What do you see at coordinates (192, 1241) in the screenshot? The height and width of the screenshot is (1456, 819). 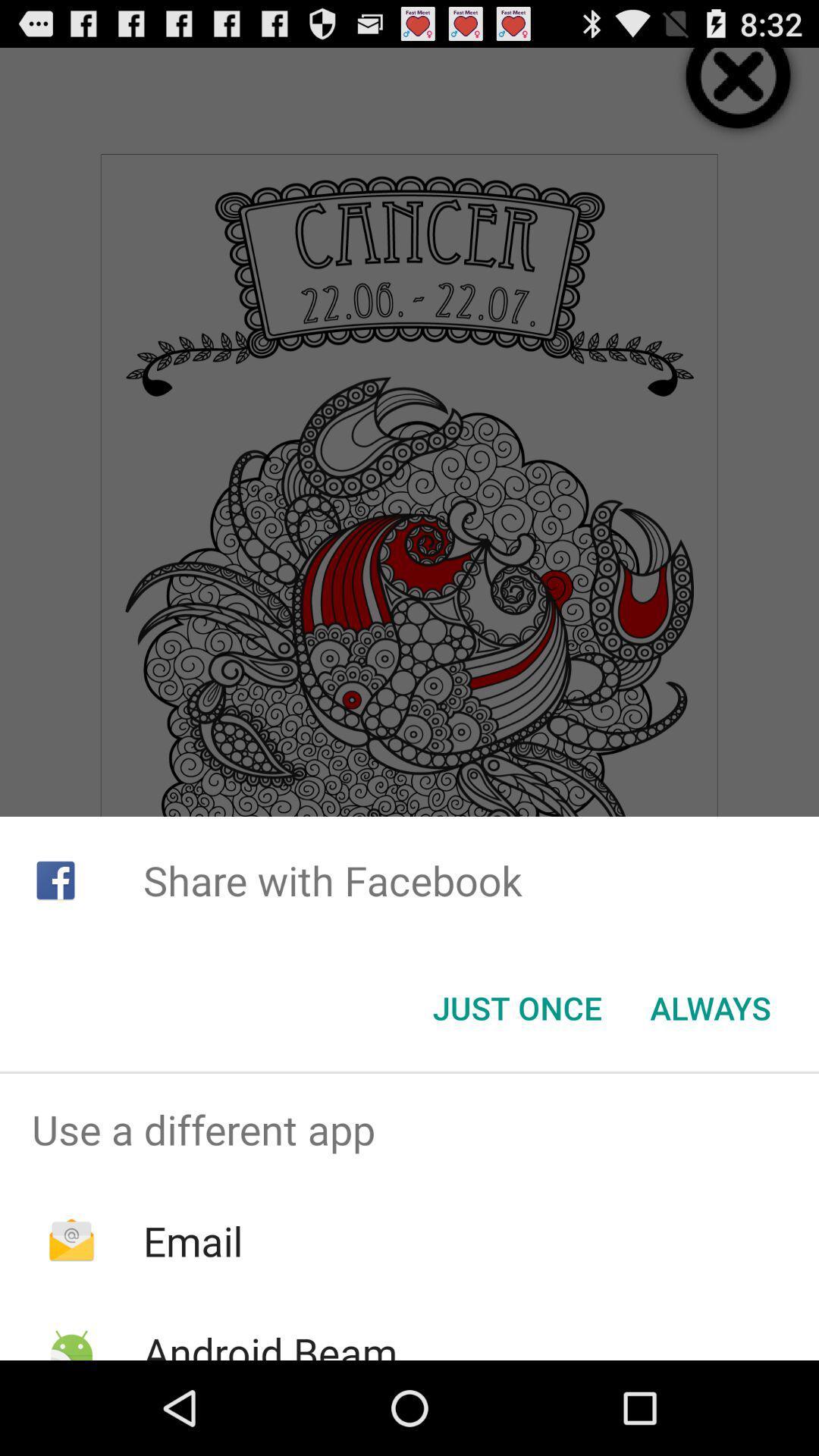 I see `email item` at bounding box center [192, 1241].